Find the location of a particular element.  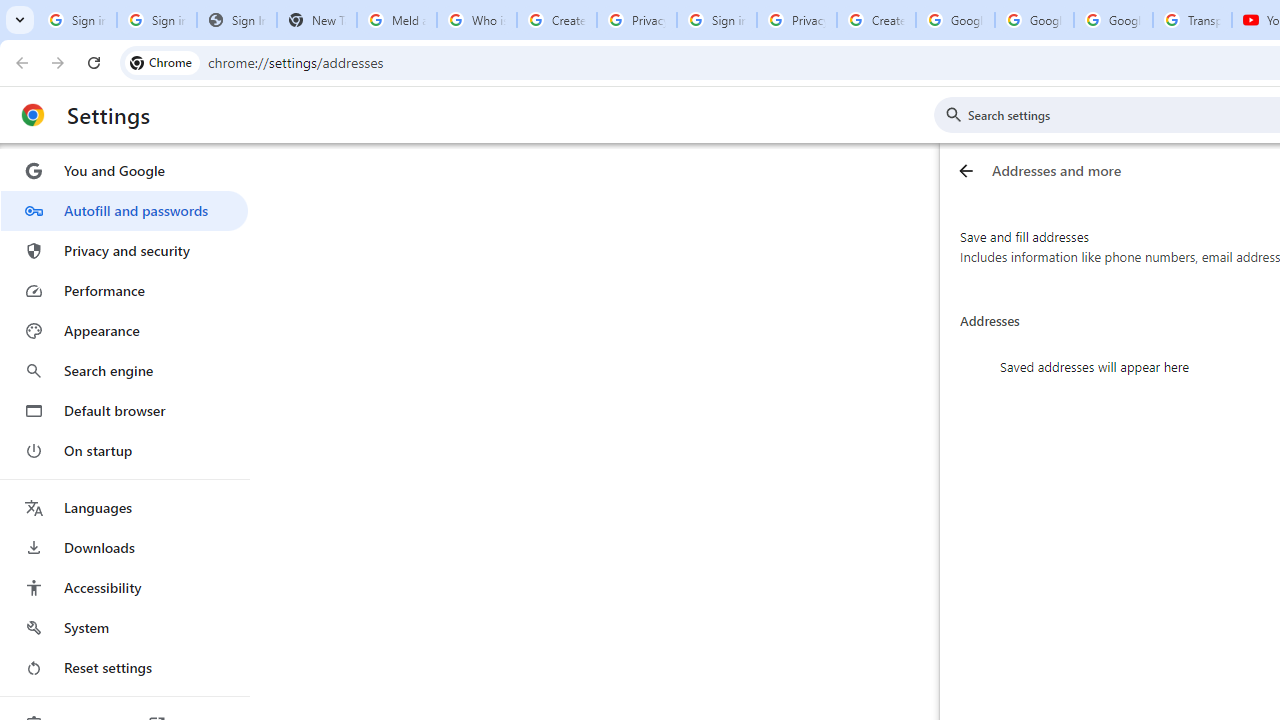

'On startup' is located at coordinates (123, 451).